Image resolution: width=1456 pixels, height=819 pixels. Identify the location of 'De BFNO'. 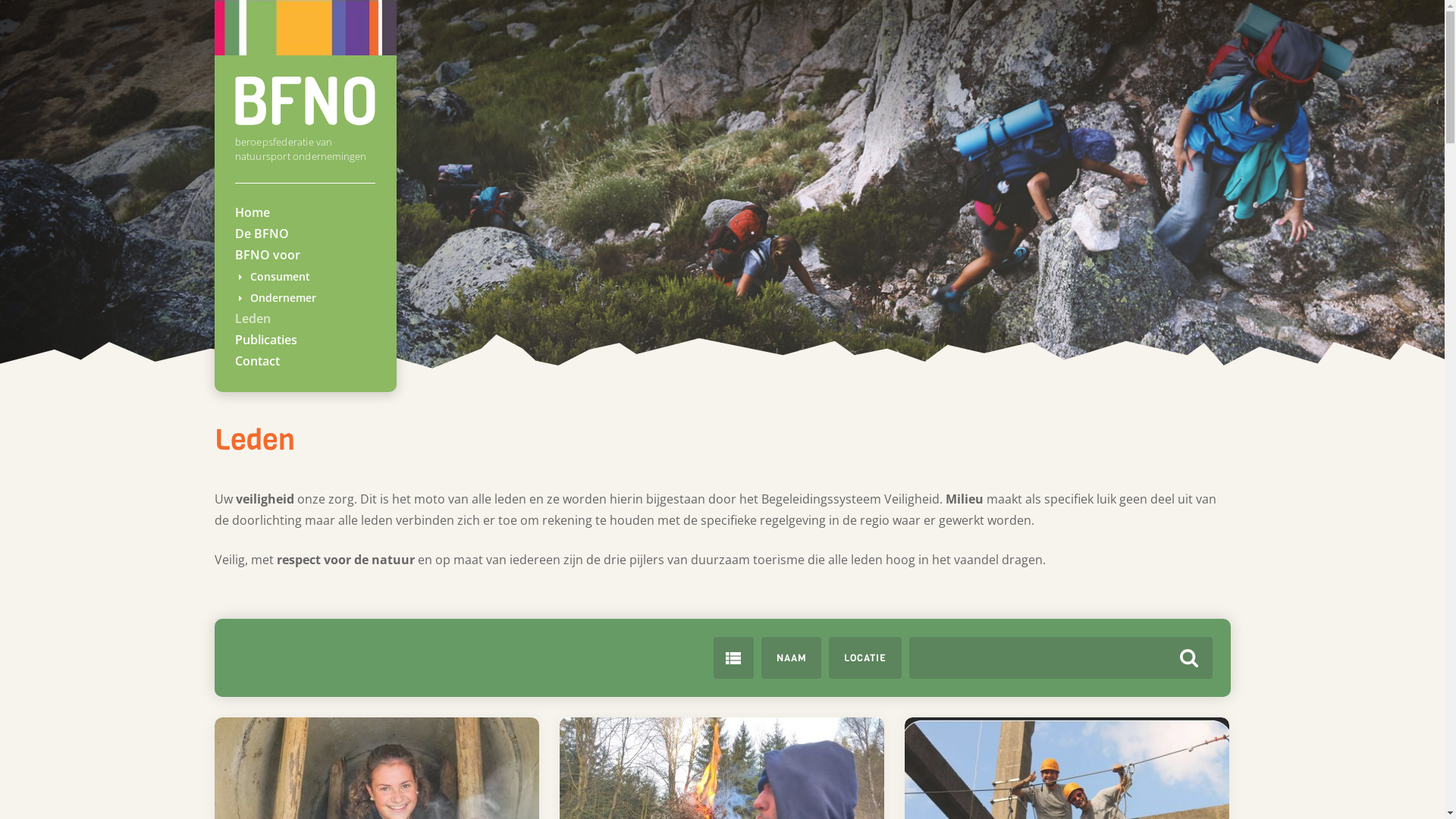
(262, 234).